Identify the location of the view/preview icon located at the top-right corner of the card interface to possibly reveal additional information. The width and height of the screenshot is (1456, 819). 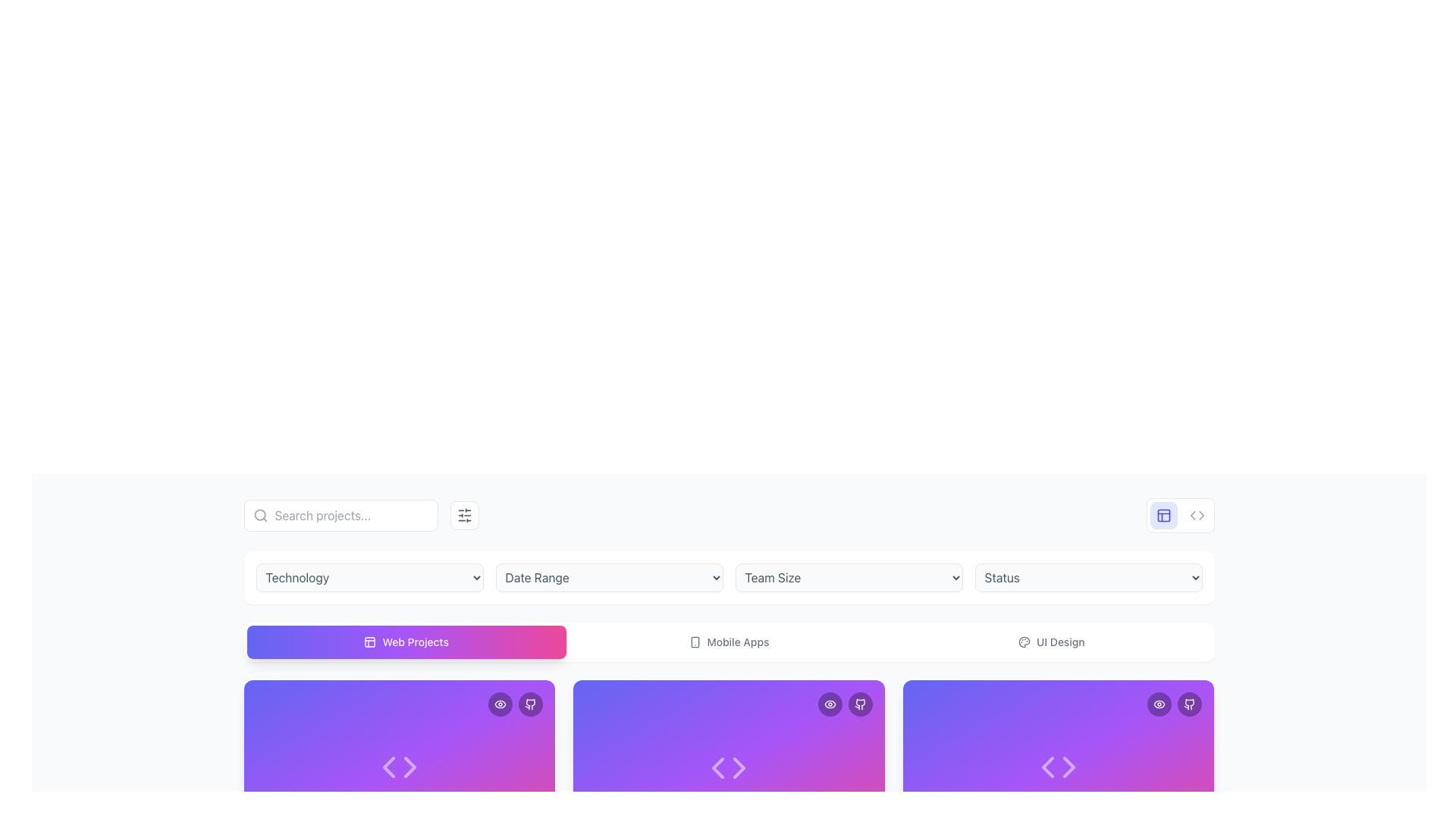
(829, 704).